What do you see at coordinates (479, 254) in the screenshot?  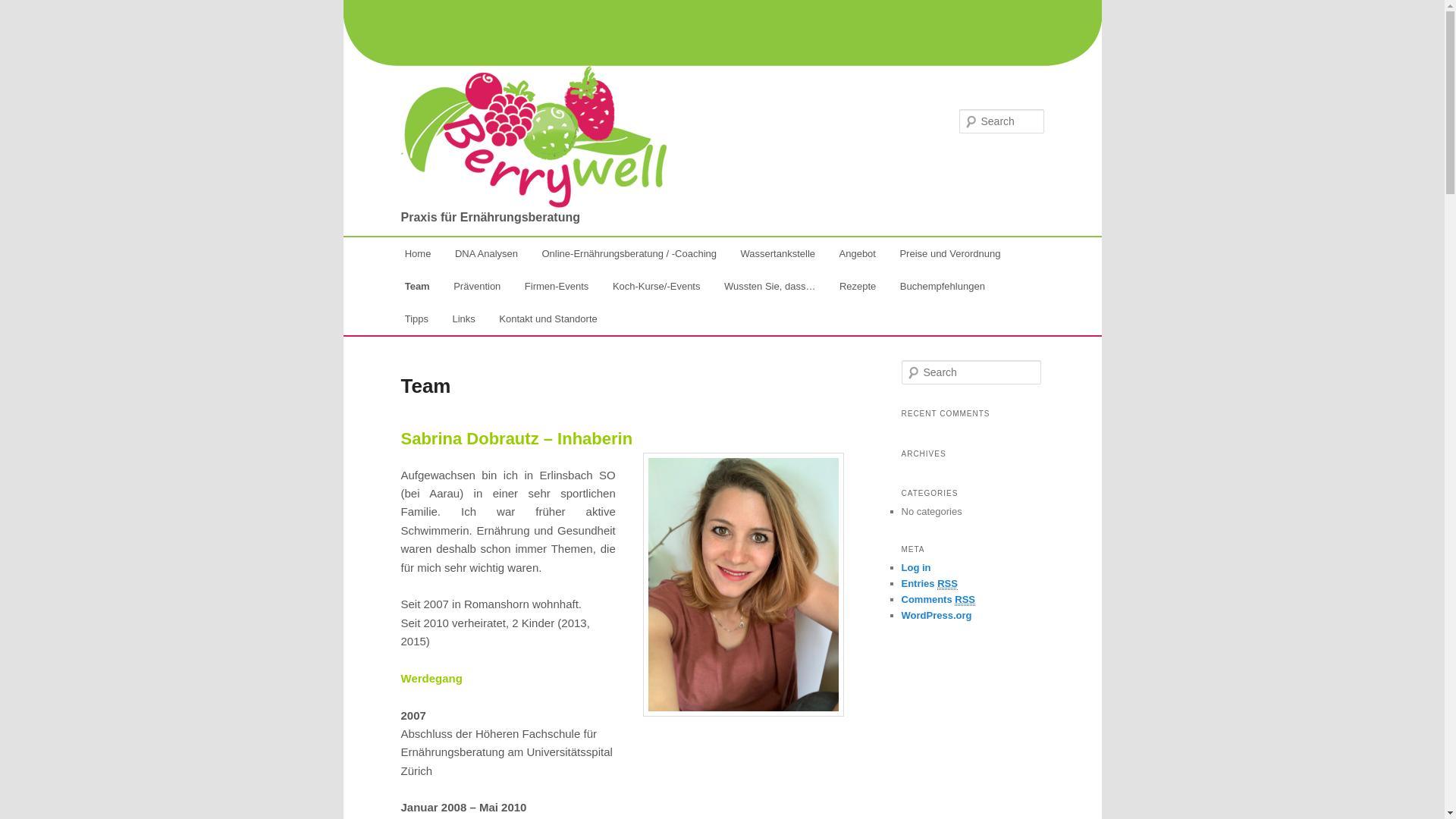 I see `'Skip to secondary content'` at bounding box center [479, 254].